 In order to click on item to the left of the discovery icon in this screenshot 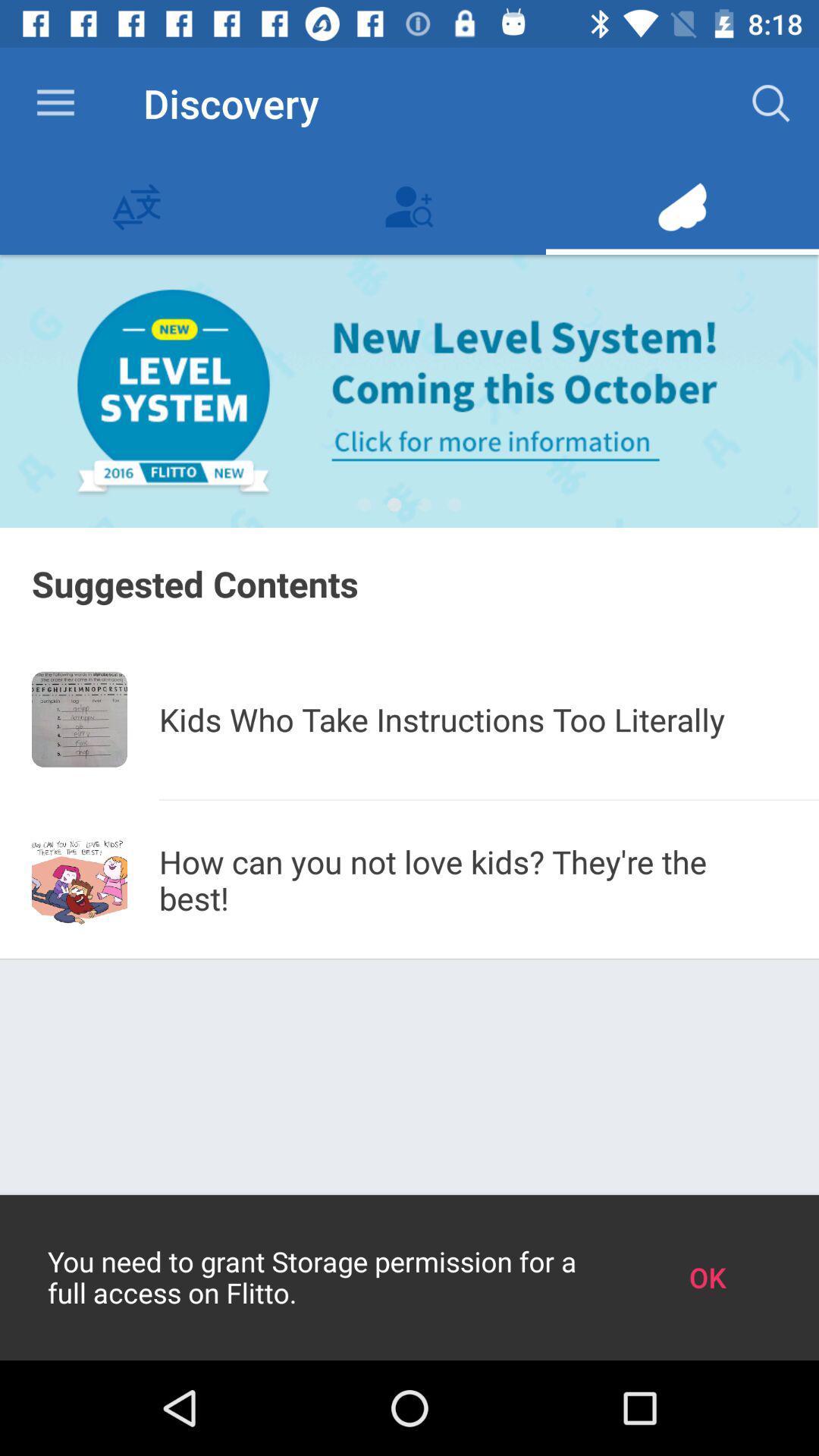, I will do `click(55, 102)`.